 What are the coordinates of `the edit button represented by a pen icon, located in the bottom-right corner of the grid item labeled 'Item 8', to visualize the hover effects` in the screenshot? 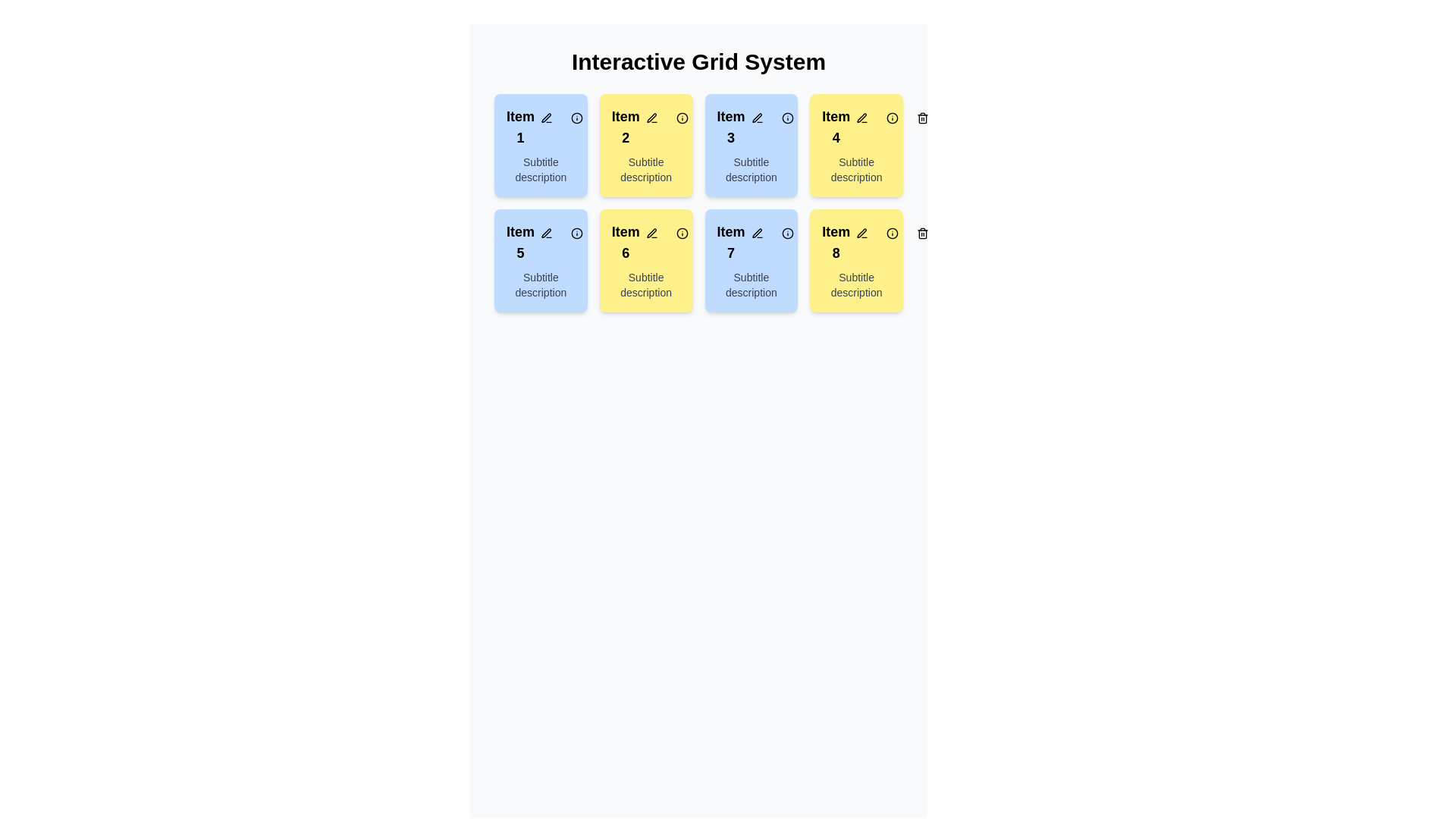 It's located at (862, 234).